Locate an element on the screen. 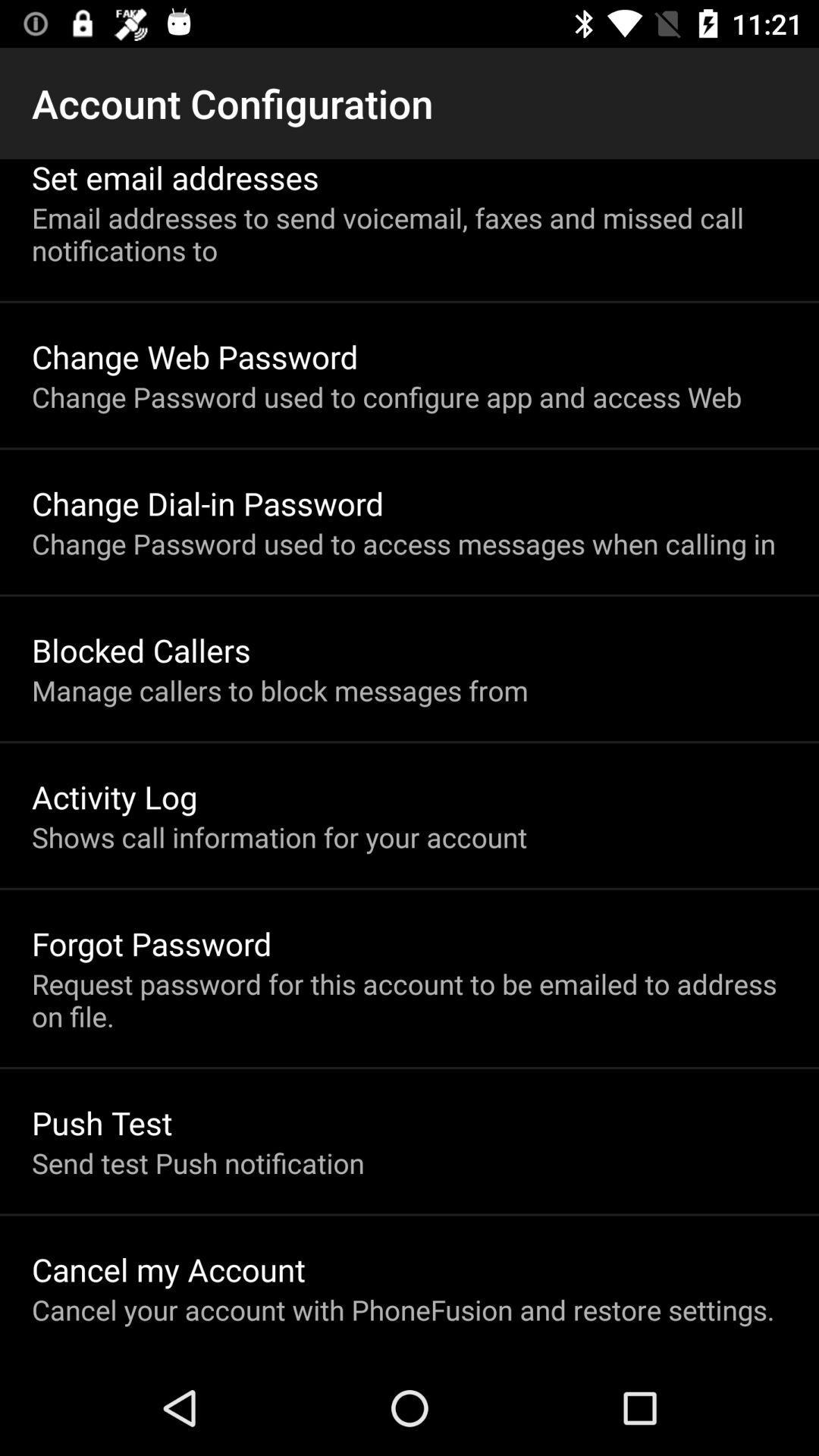 Image resolution: width=819 pixels, height=1456 pixels. the item above the manage callers to is located at coordinates (141, 650).